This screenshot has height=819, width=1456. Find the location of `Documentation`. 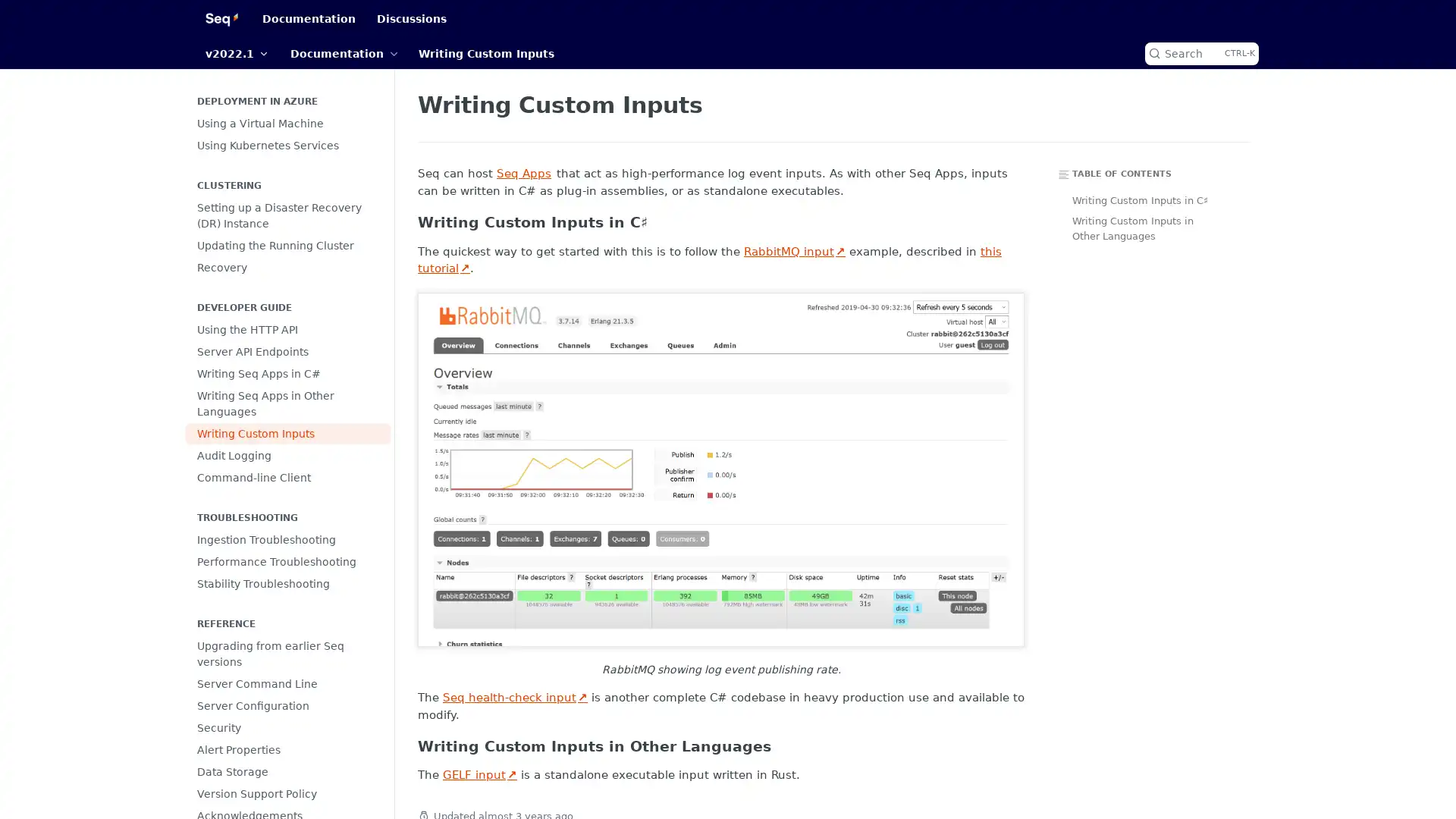

Documentation is located at coordinates (343, 52).